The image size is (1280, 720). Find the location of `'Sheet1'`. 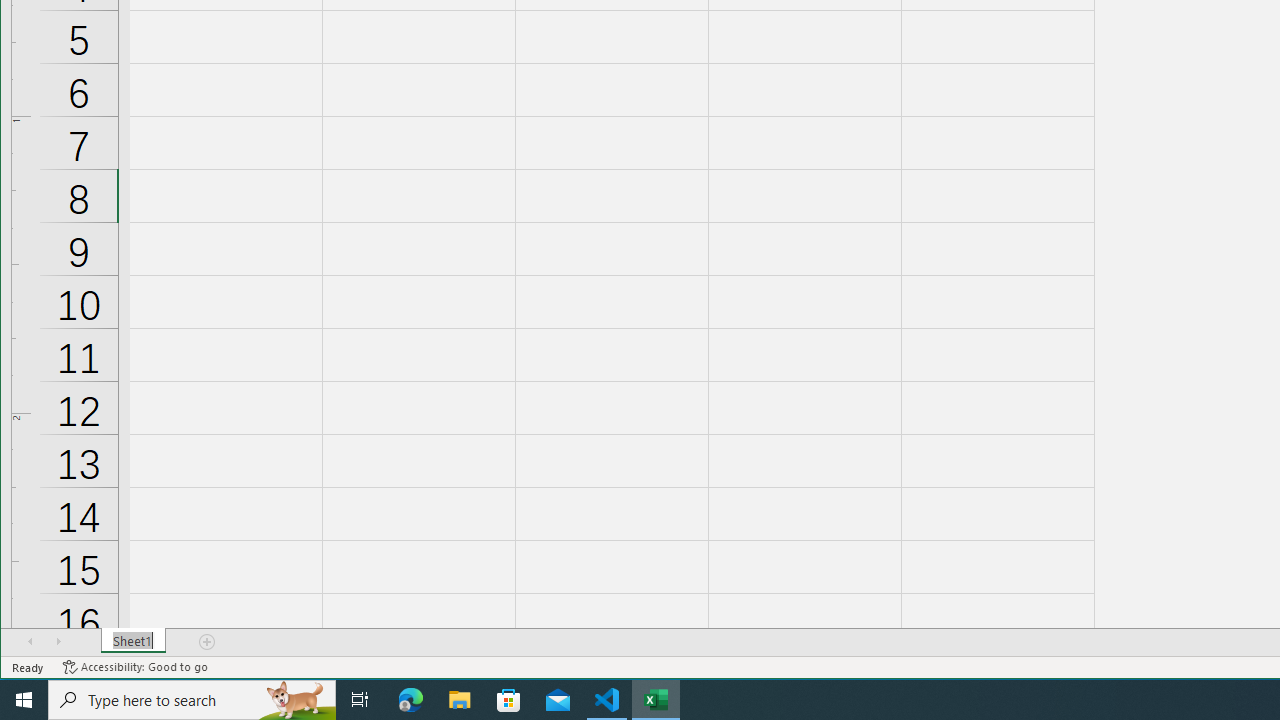

'Sheet1' is located at coordinates (132, 641).